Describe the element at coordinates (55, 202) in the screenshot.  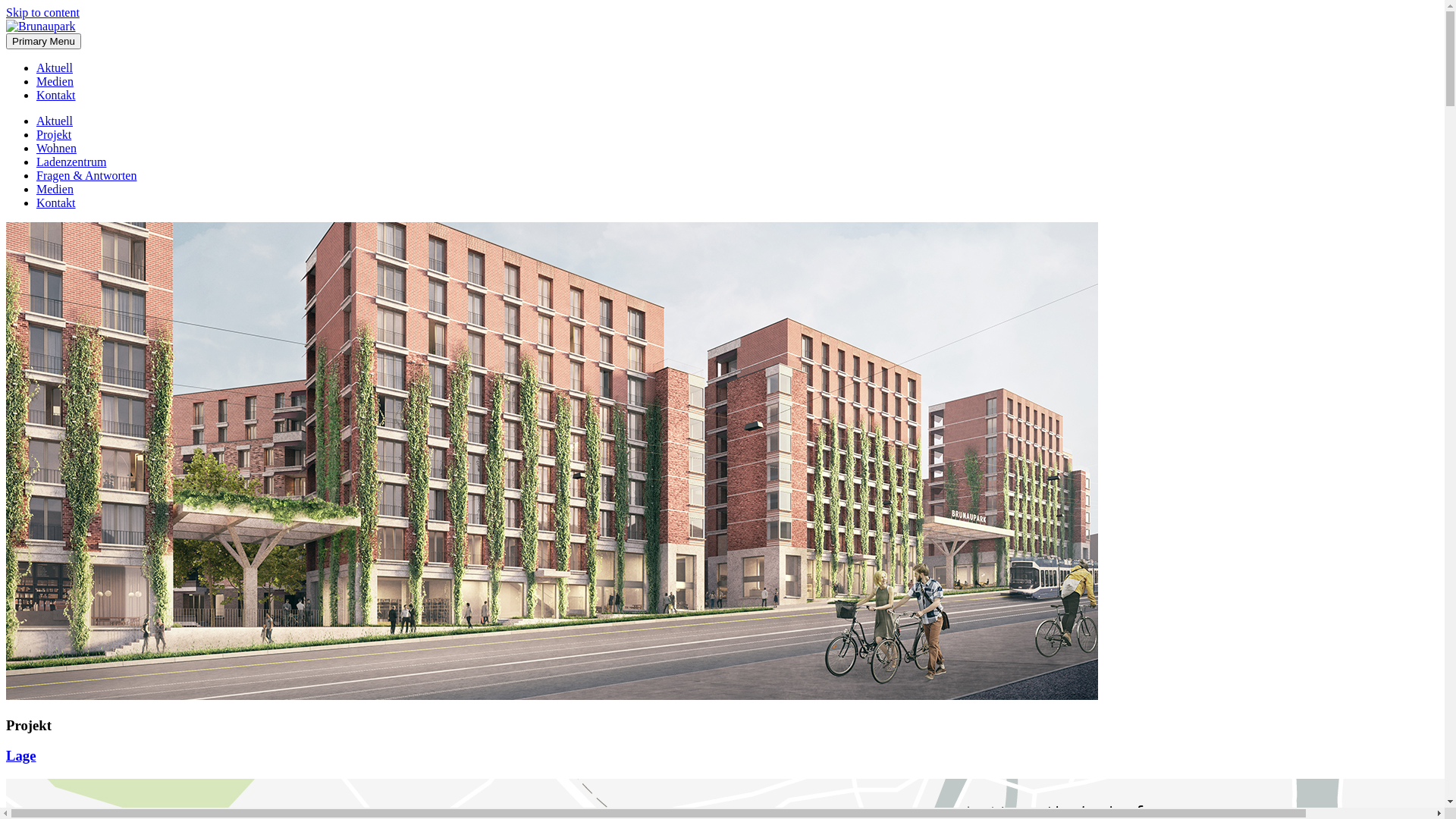
I see `'Kontakt'` at that location.